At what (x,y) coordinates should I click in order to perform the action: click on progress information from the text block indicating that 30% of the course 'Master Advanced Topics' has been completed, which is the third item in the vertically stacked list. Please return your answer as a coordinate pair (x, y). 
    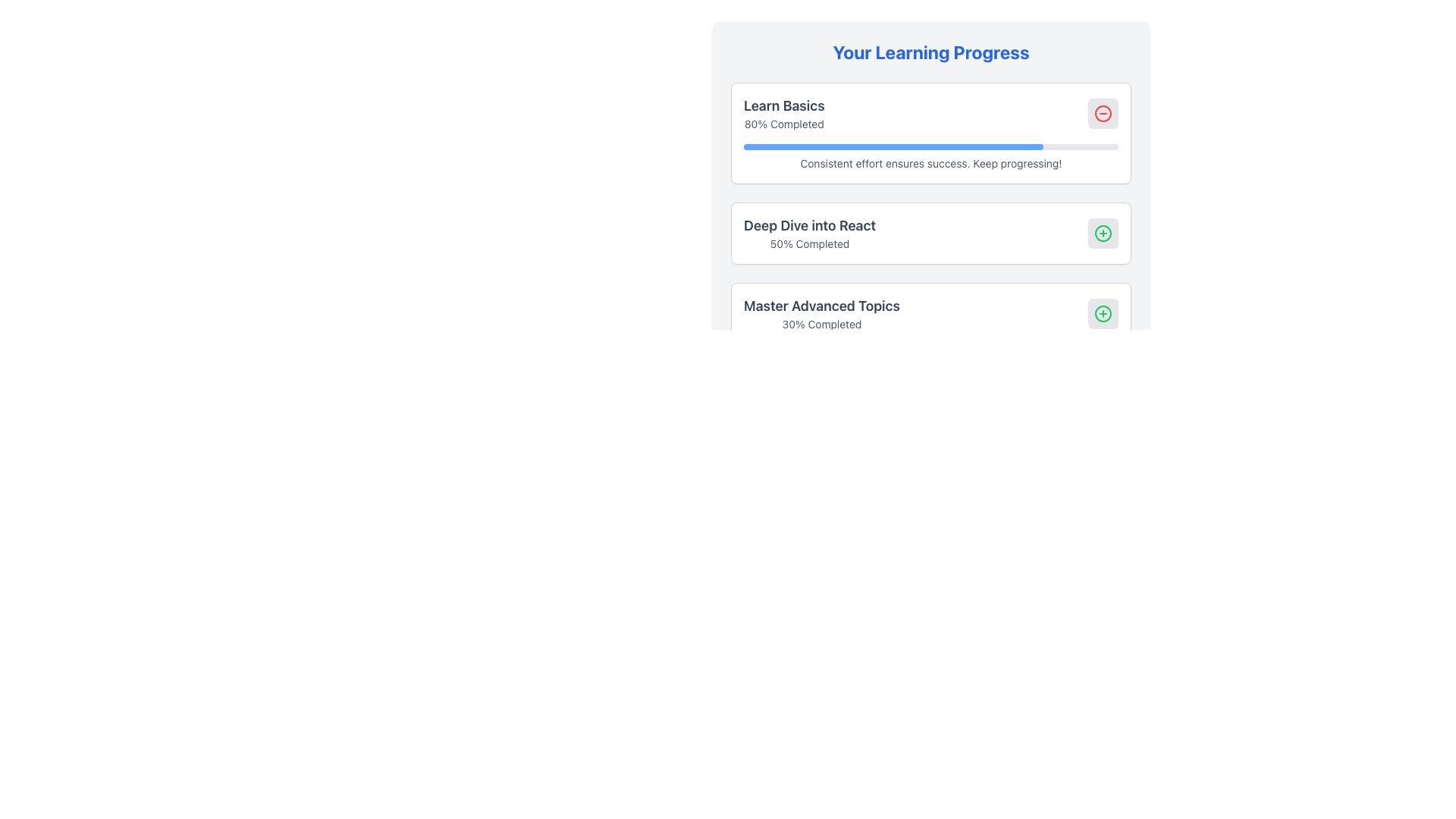
    Looking at the image, I should click on (821, 312).